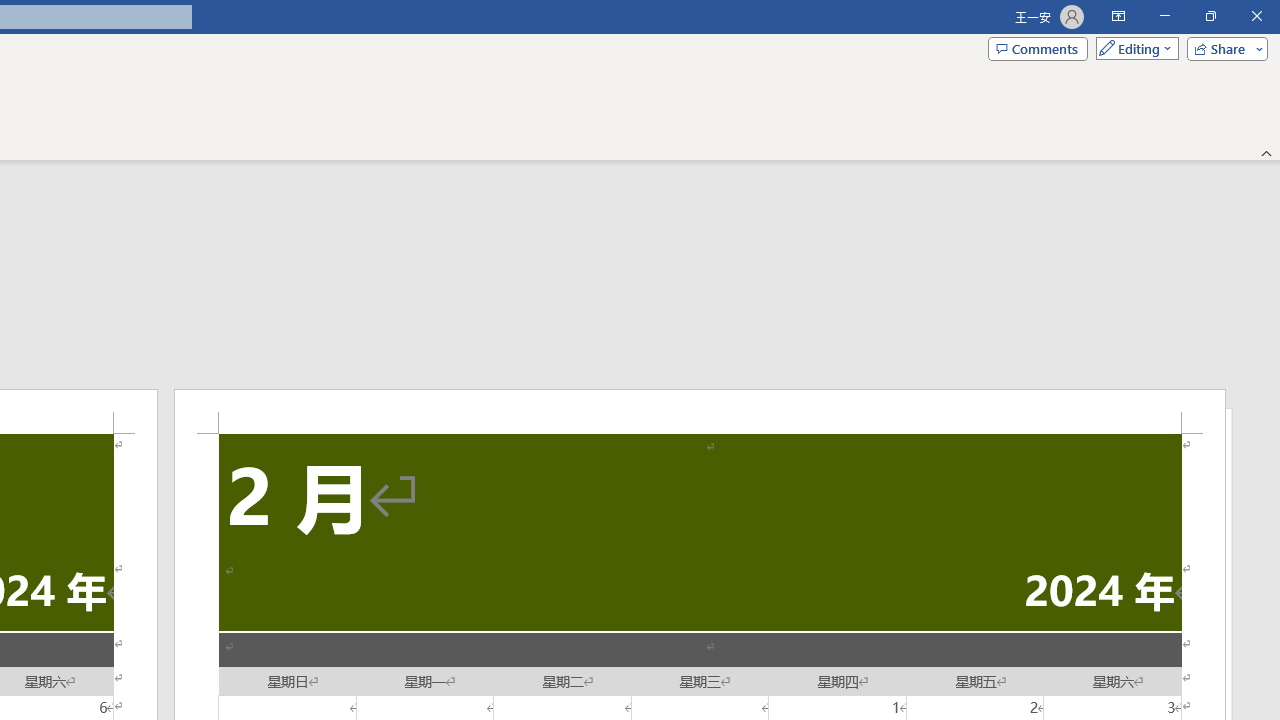 This screenshot has width=1280, height=720. Describe the element at coordinates (1038, 47) in the screenshot. I see `'Comments'` at that location.